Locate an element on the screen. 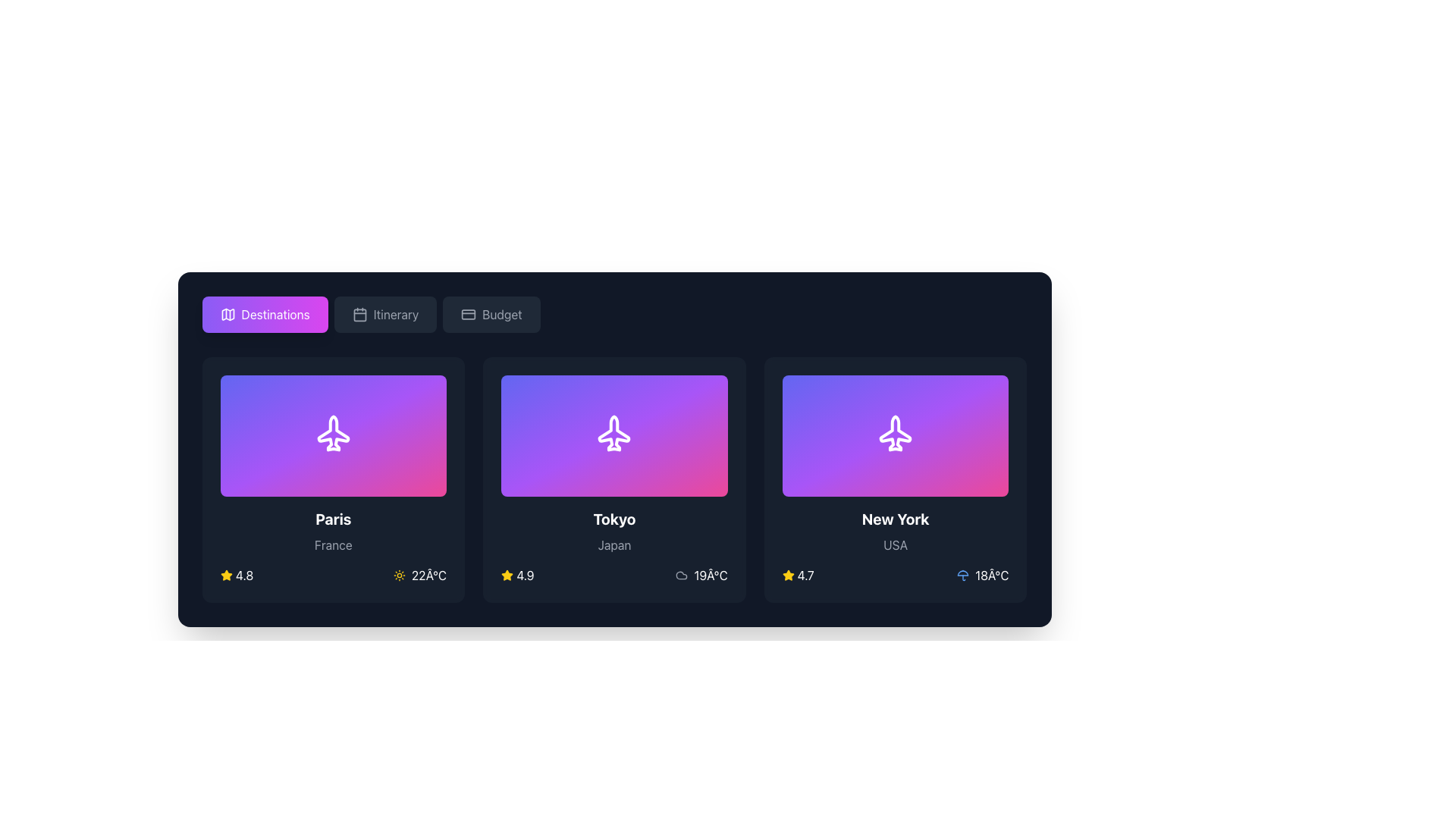 The width and height of the screenshot is (1456, 819). the label displaying 'USA' in gray font, located below the 'New York' text within the card representing the city is located at coordinates (896, 544).